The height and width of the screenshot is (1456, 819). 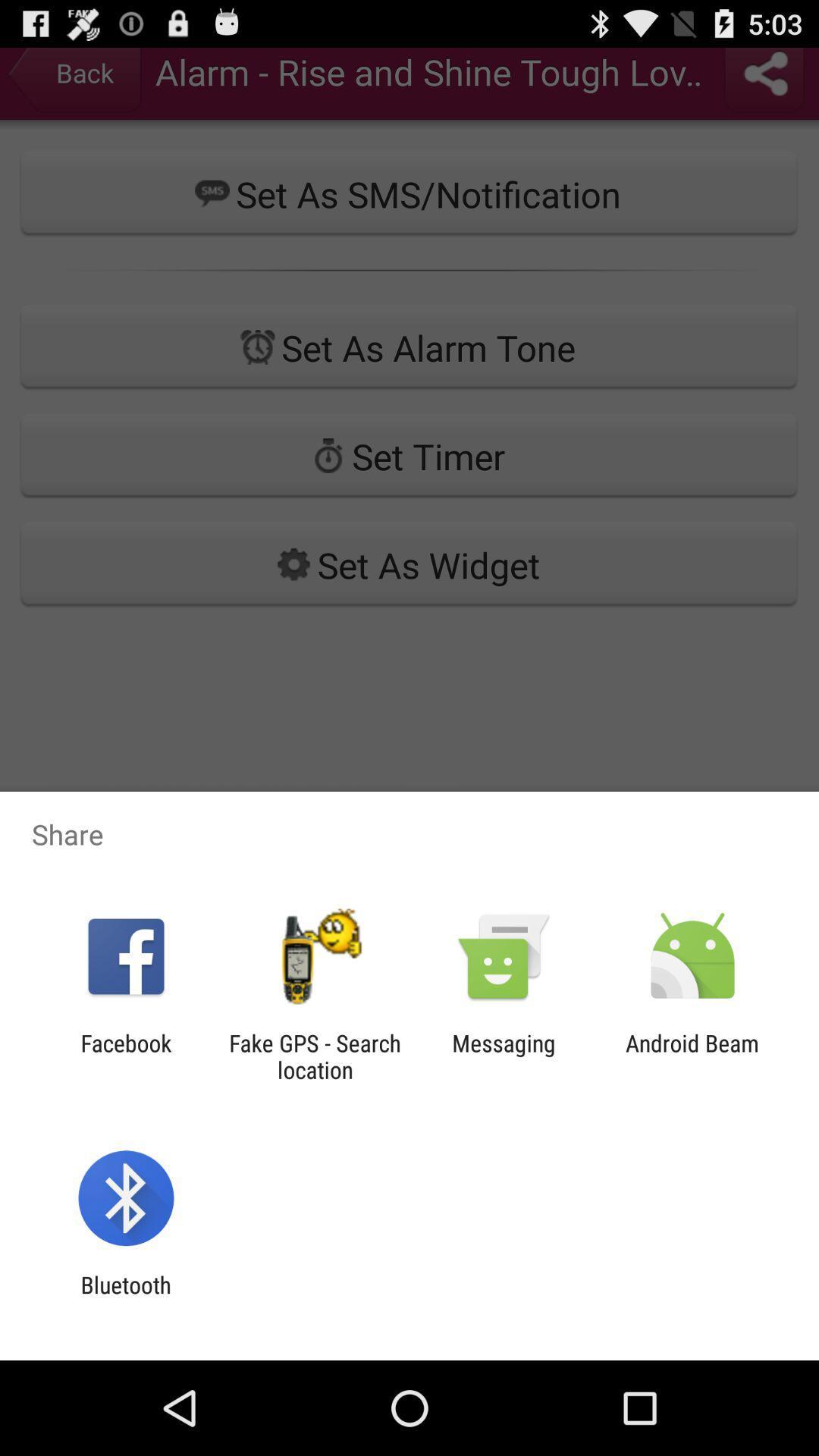 I want to click on the app next to fake gps search icon, so click(x=504, y=1056).